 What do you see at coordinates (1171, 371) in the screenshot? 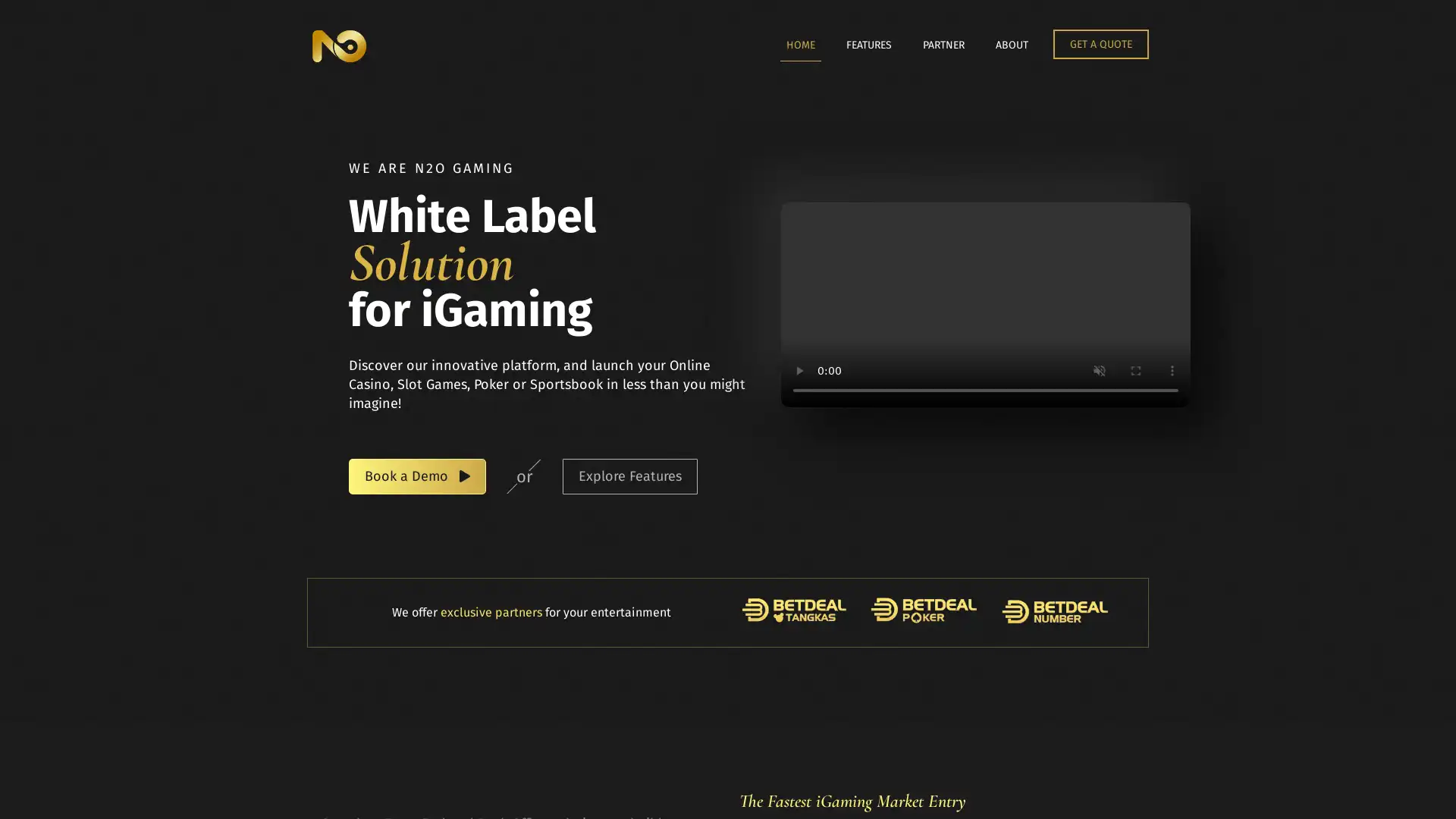
I see `show more media controls` at bounding box center [1171, 371].